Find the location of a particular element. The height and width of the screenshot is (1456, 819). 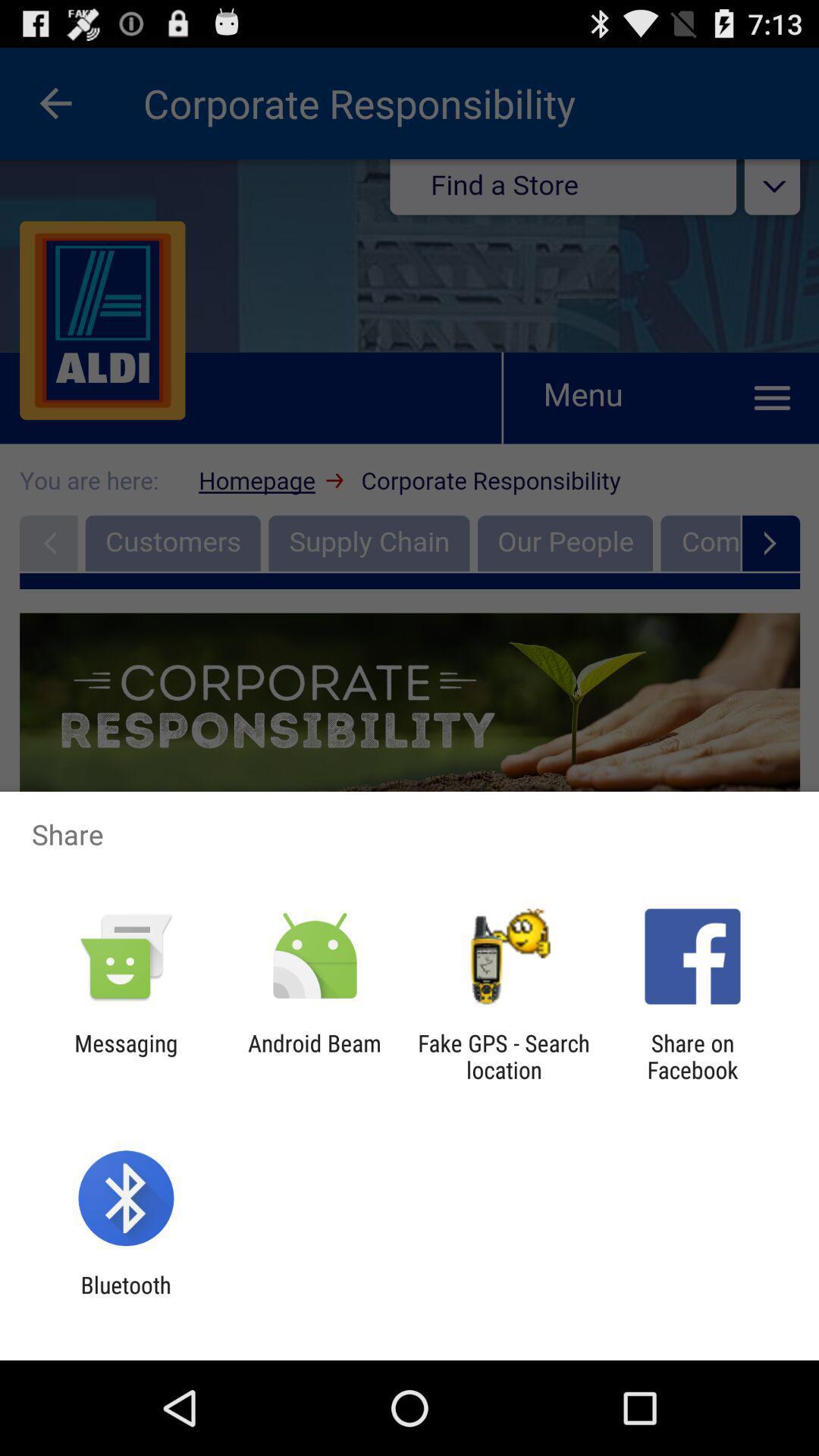

android beam item is located at coordinates (314, 1056).